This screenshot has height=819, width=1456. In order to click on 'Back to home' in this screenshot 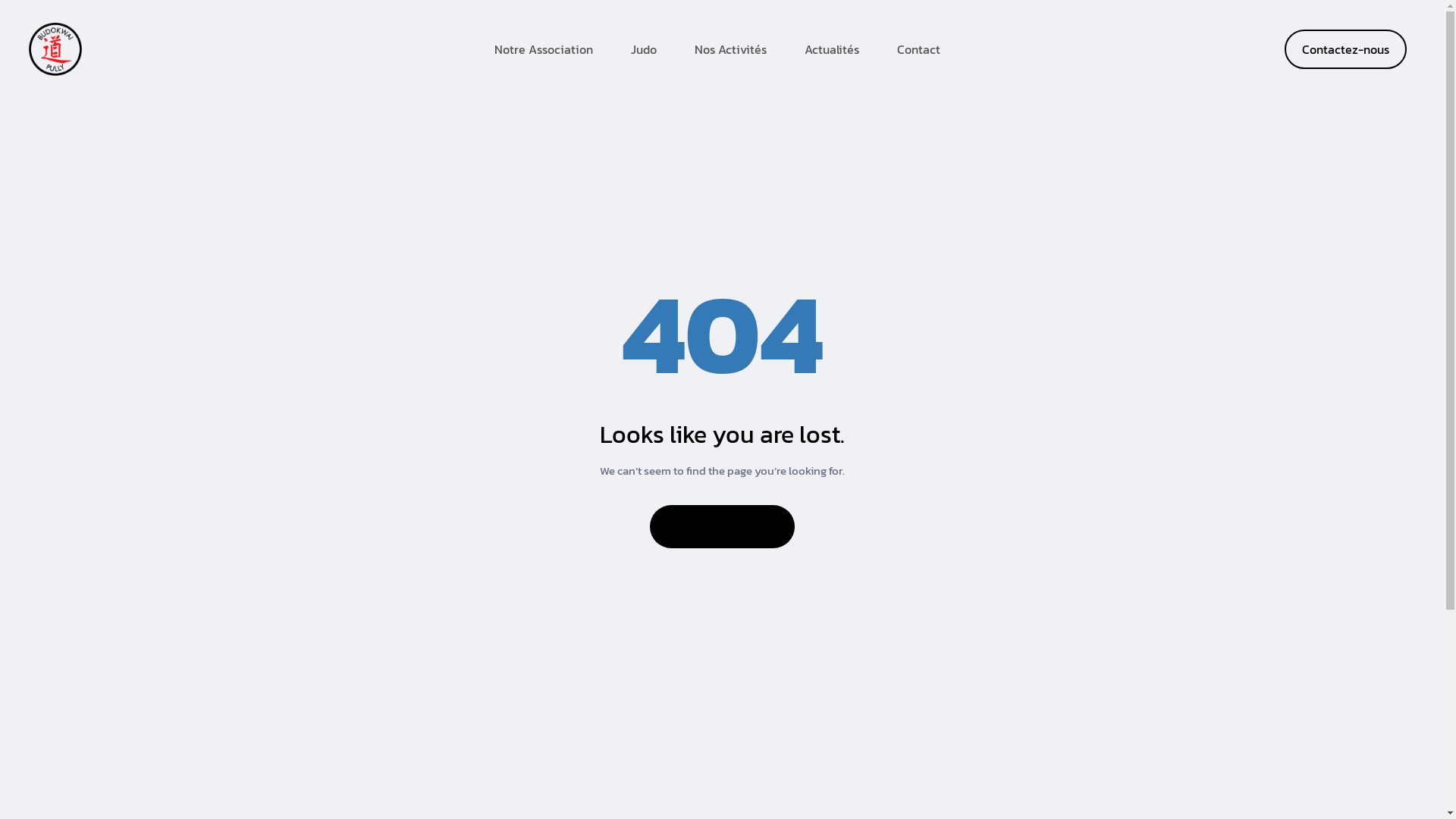, I will do `click(721, 526)`.